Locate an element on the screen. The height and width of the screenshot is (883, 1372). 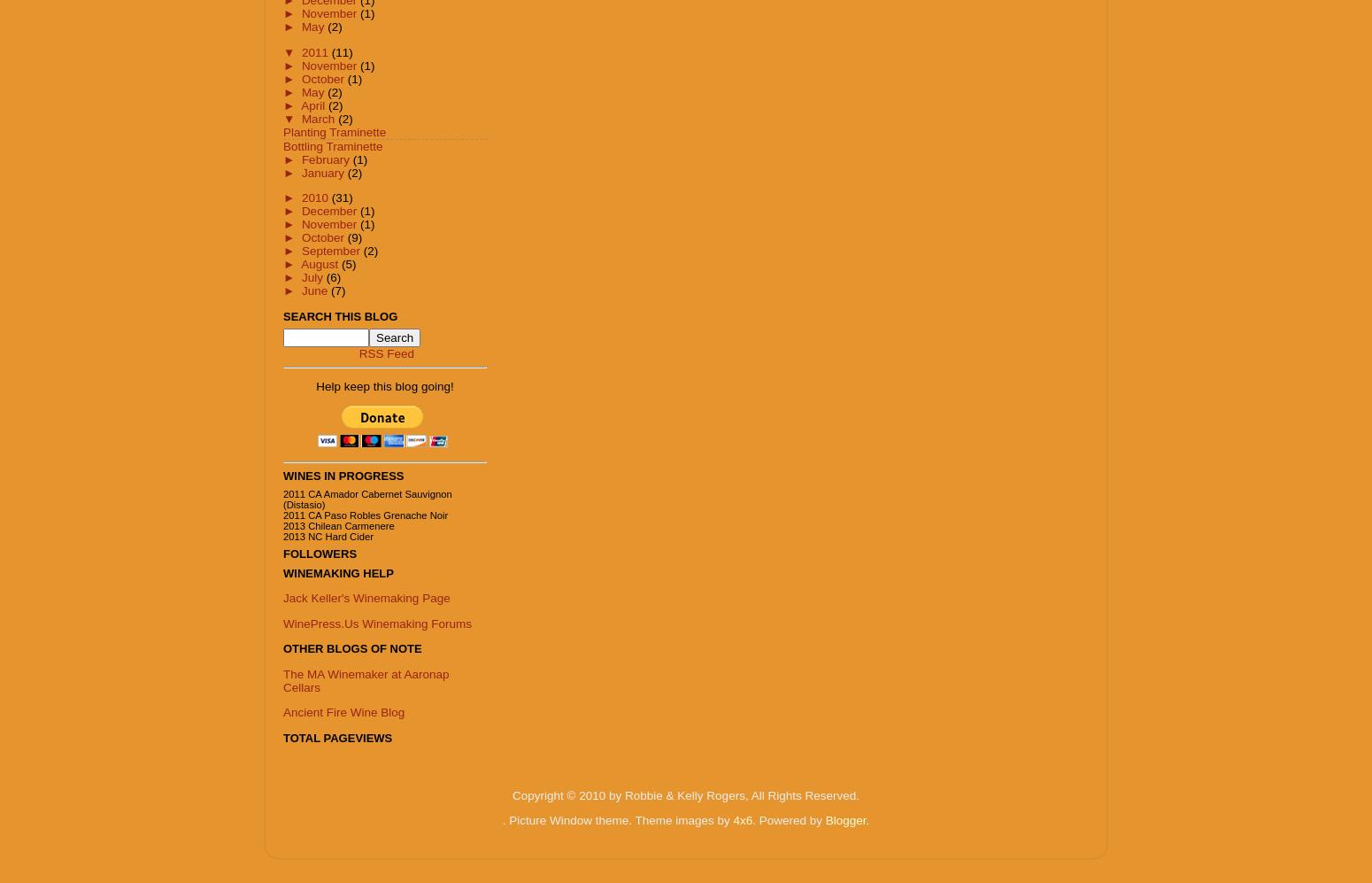
'(31)' is located at coordinates (330, 198).